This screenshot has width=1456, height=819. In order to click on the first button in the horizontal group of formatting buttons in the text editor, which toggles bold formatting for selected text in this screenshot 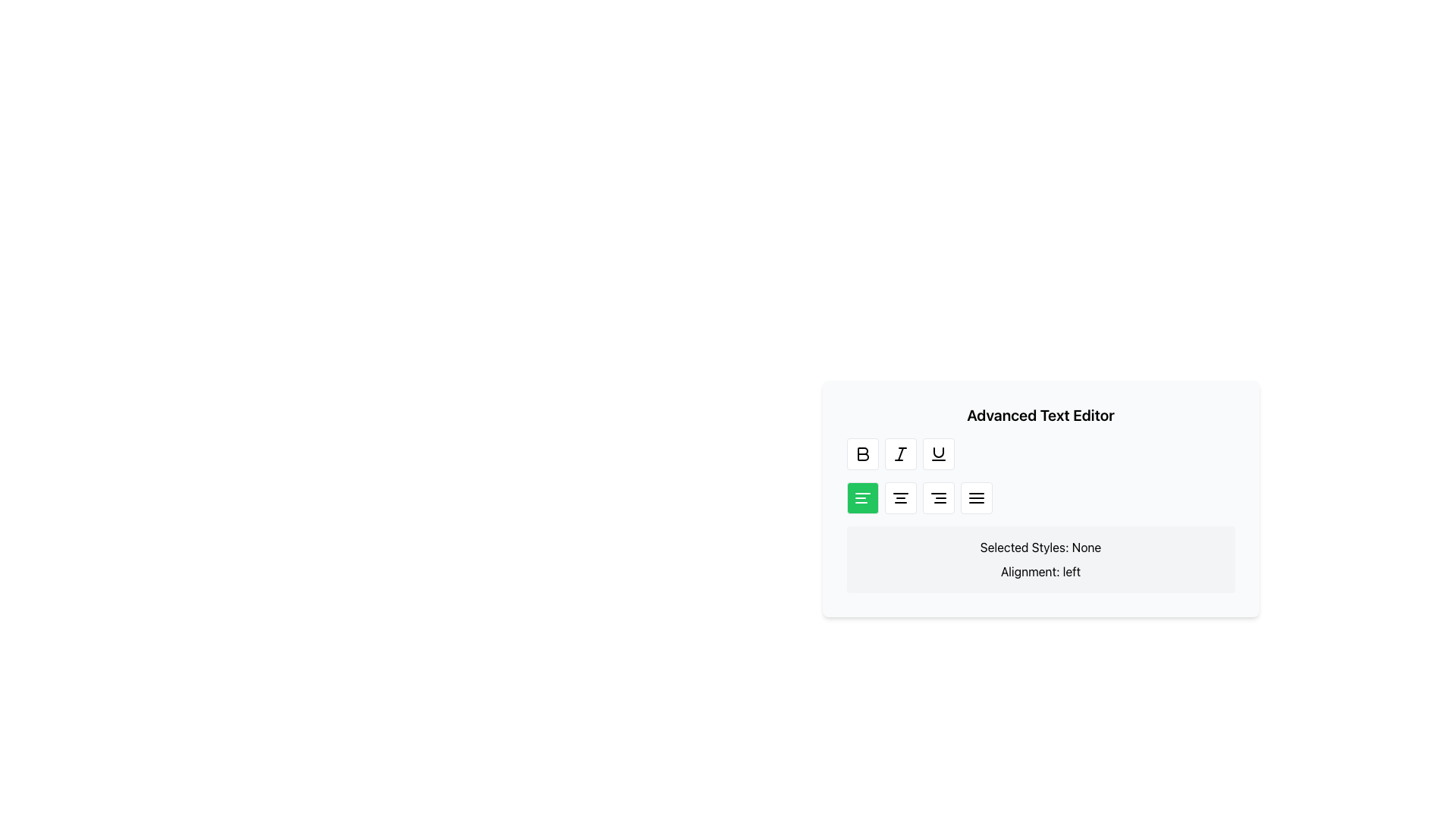, I will do `click(862, 453)`.